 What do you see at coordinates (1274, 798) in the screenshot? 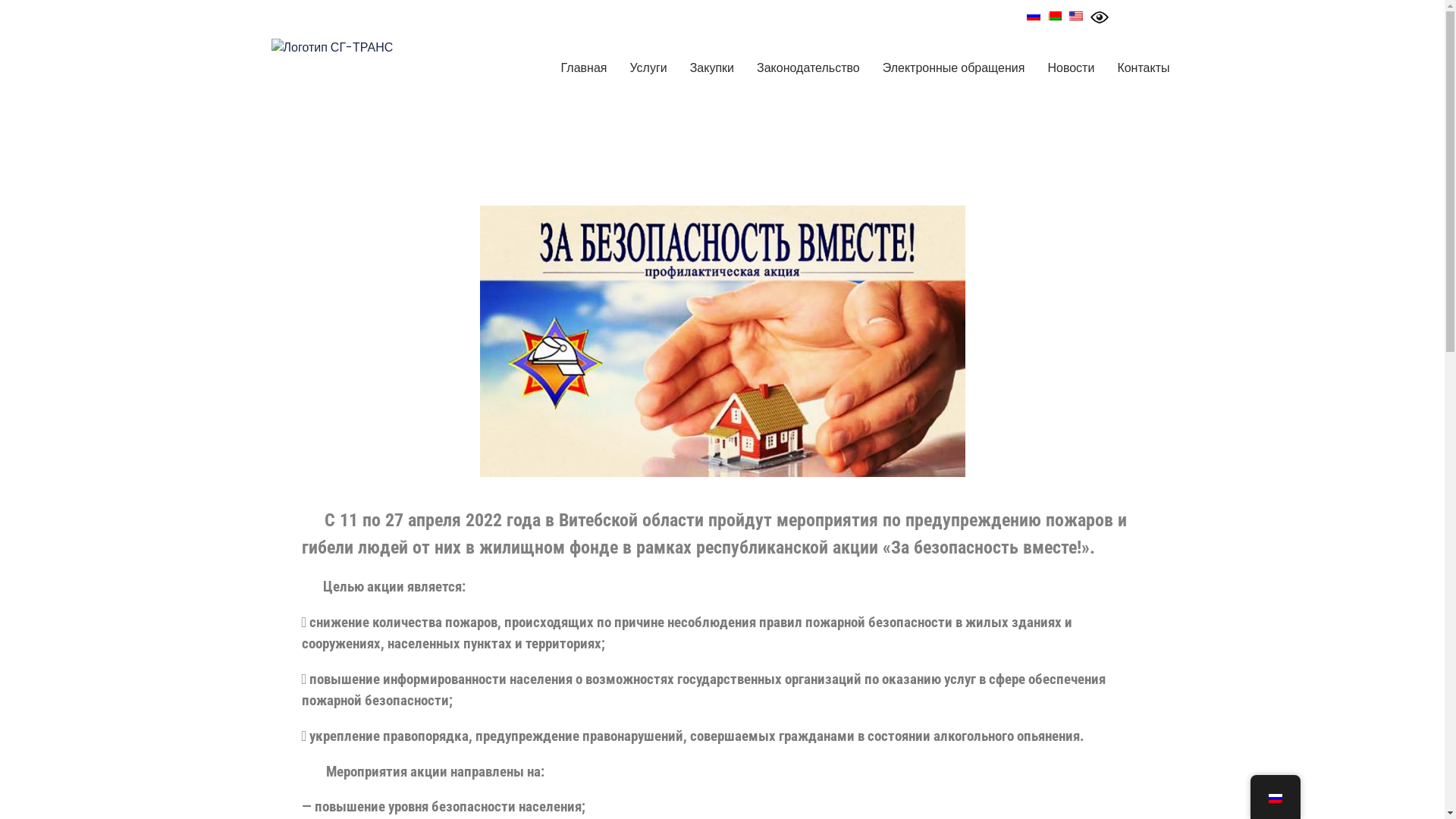
I see `'Russian'` at bounding box center [1274, 798].